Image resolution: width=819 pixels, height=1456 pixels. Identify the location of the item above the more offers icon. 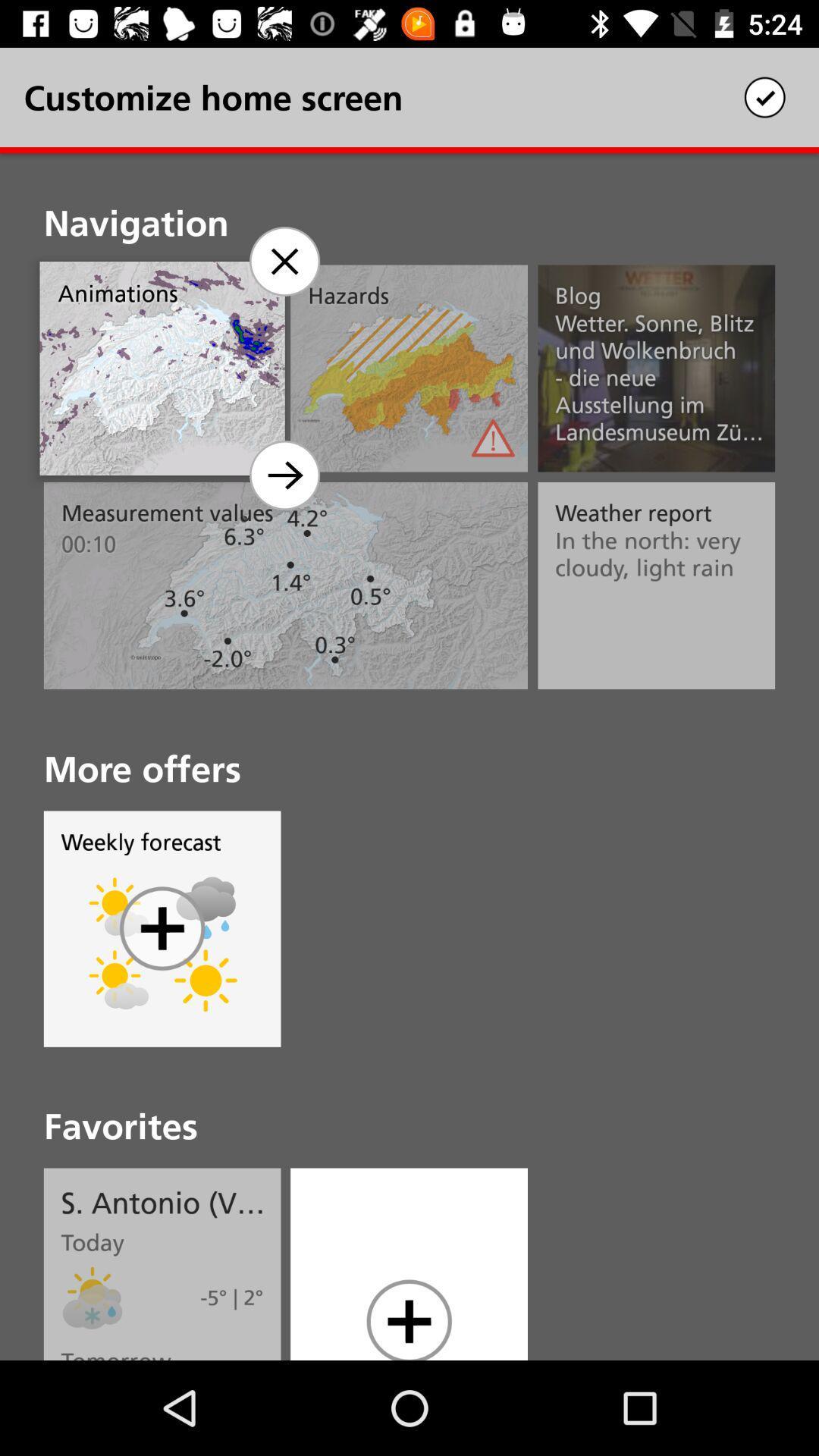
(284, 475).